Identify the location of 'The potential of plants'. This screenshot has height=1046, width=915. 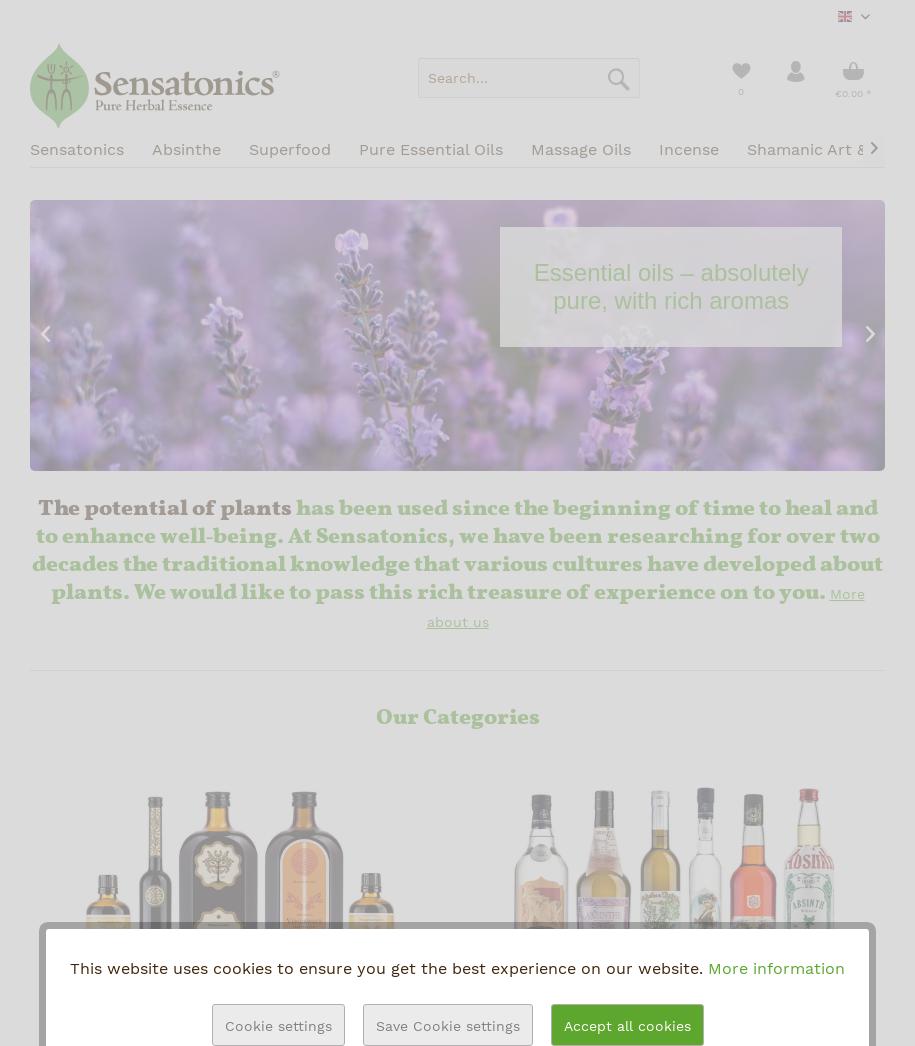
(162, 509).